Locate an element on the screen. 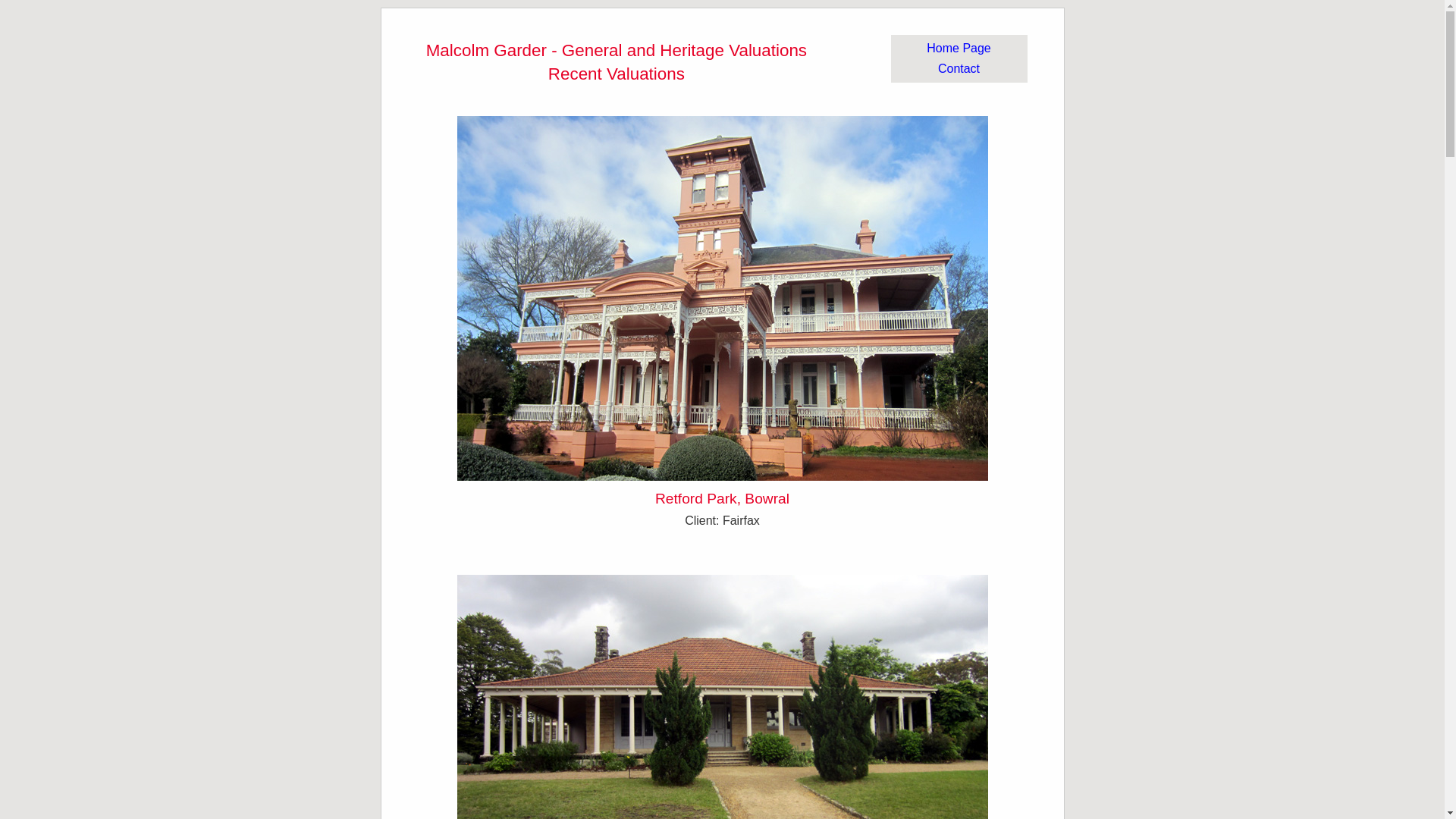 This screenshot has height=819, width=1456. 'Contact' is located at coordinates (958, 68).